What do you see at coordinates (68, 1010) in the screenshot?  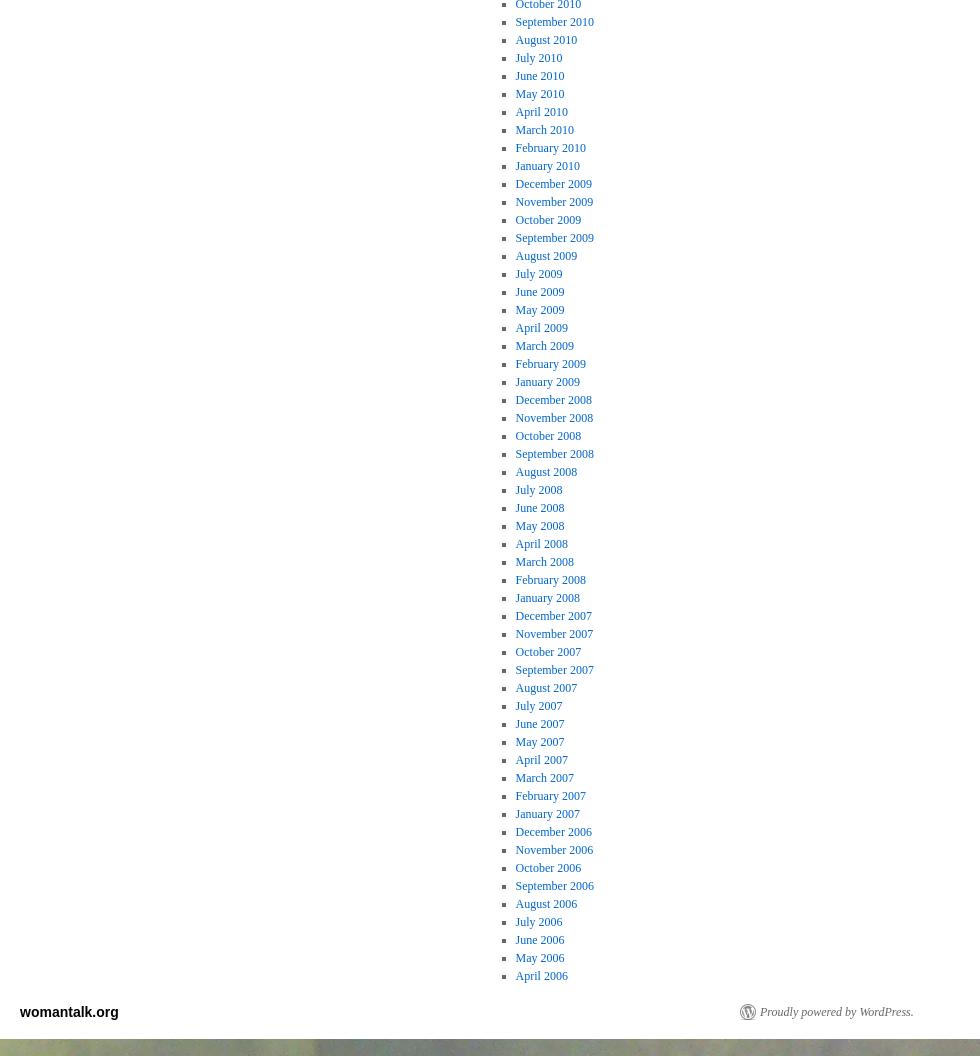 I see `'womantalk.org'` at bounding box center [68, 1010].